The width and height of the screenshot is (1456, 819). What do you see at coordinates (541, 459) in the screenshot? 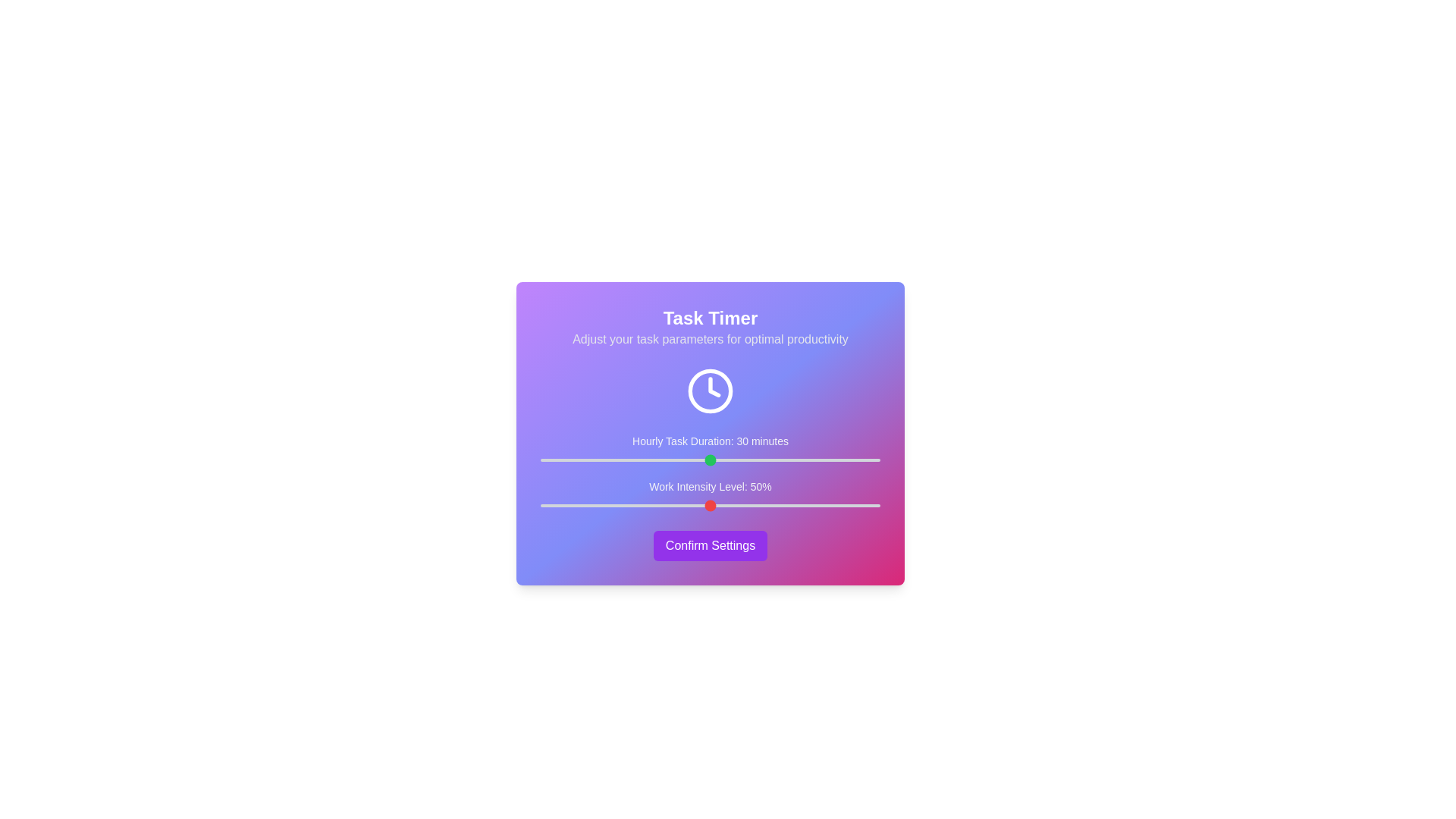
I see `the 'Hourly Task Duration' slider to 0 minutes` at bounding box center [541, 459].